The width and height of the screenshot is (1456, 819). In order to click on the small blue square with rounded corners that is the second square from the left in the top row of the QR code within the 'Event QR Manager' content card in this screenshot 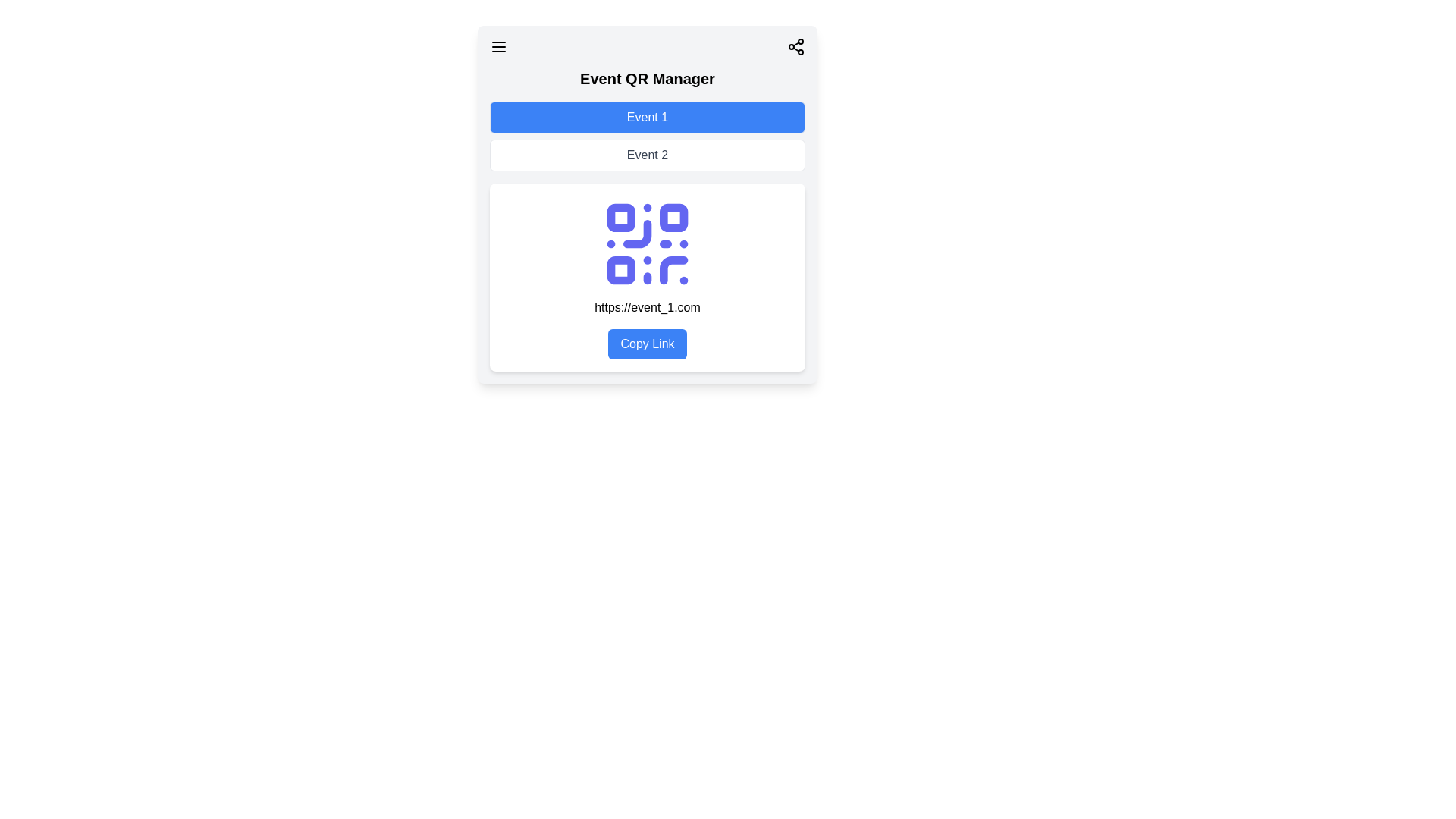, I will do `click(673, 218)`.